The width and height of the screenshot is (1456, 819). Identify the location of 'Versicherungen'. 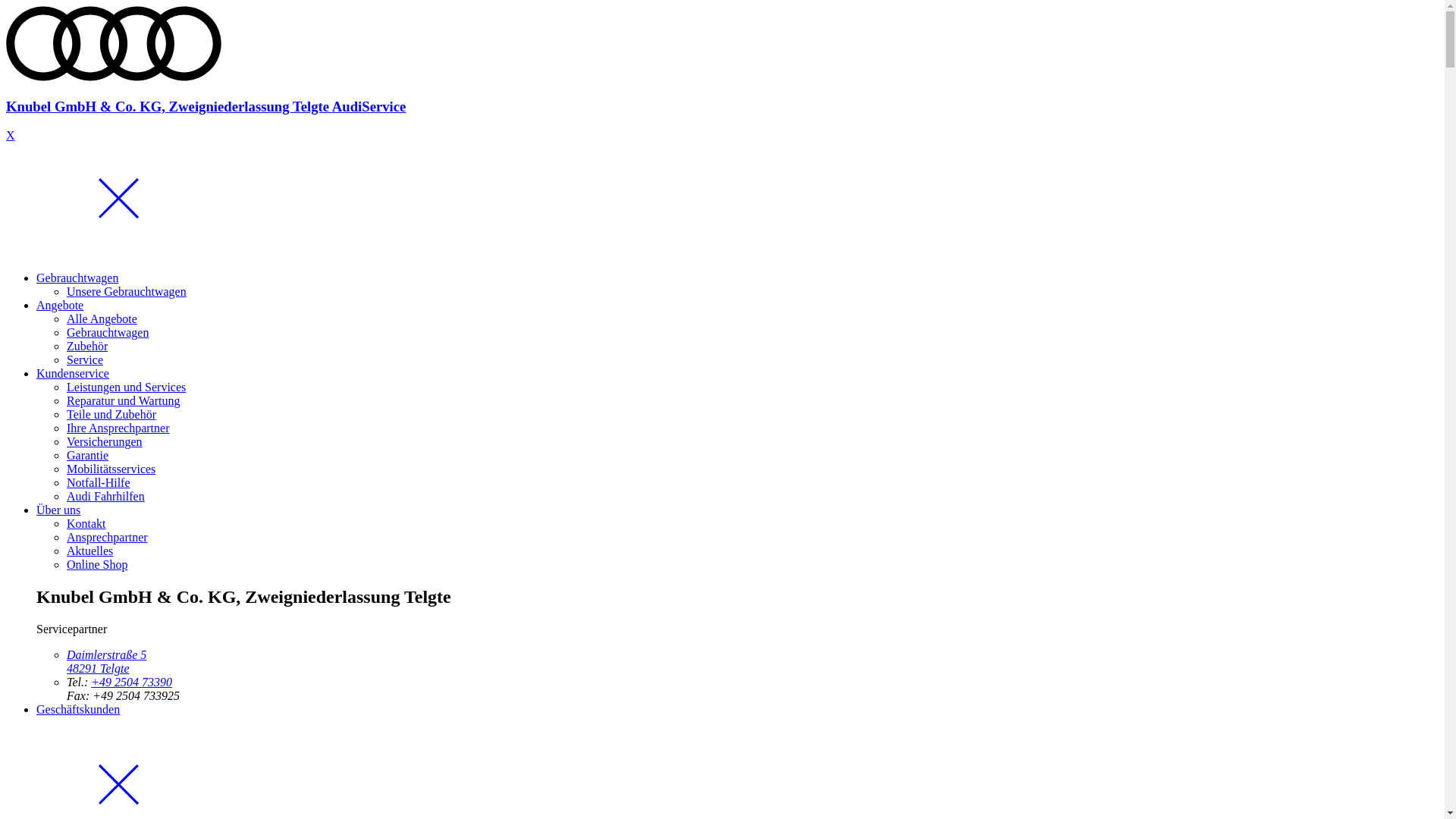
(104, 441).